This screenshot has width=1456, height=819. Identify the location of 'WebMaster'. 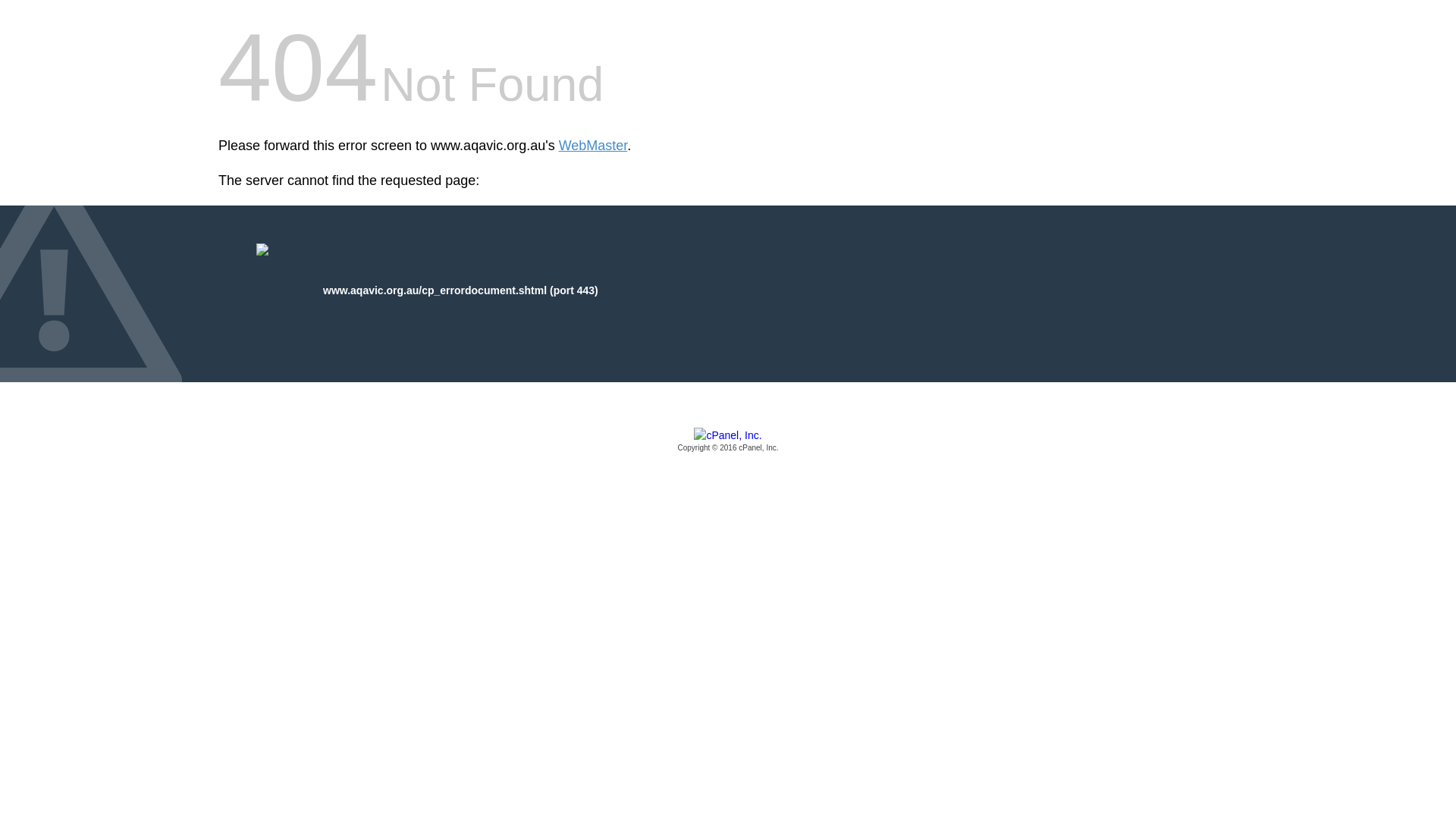
(592, 146).